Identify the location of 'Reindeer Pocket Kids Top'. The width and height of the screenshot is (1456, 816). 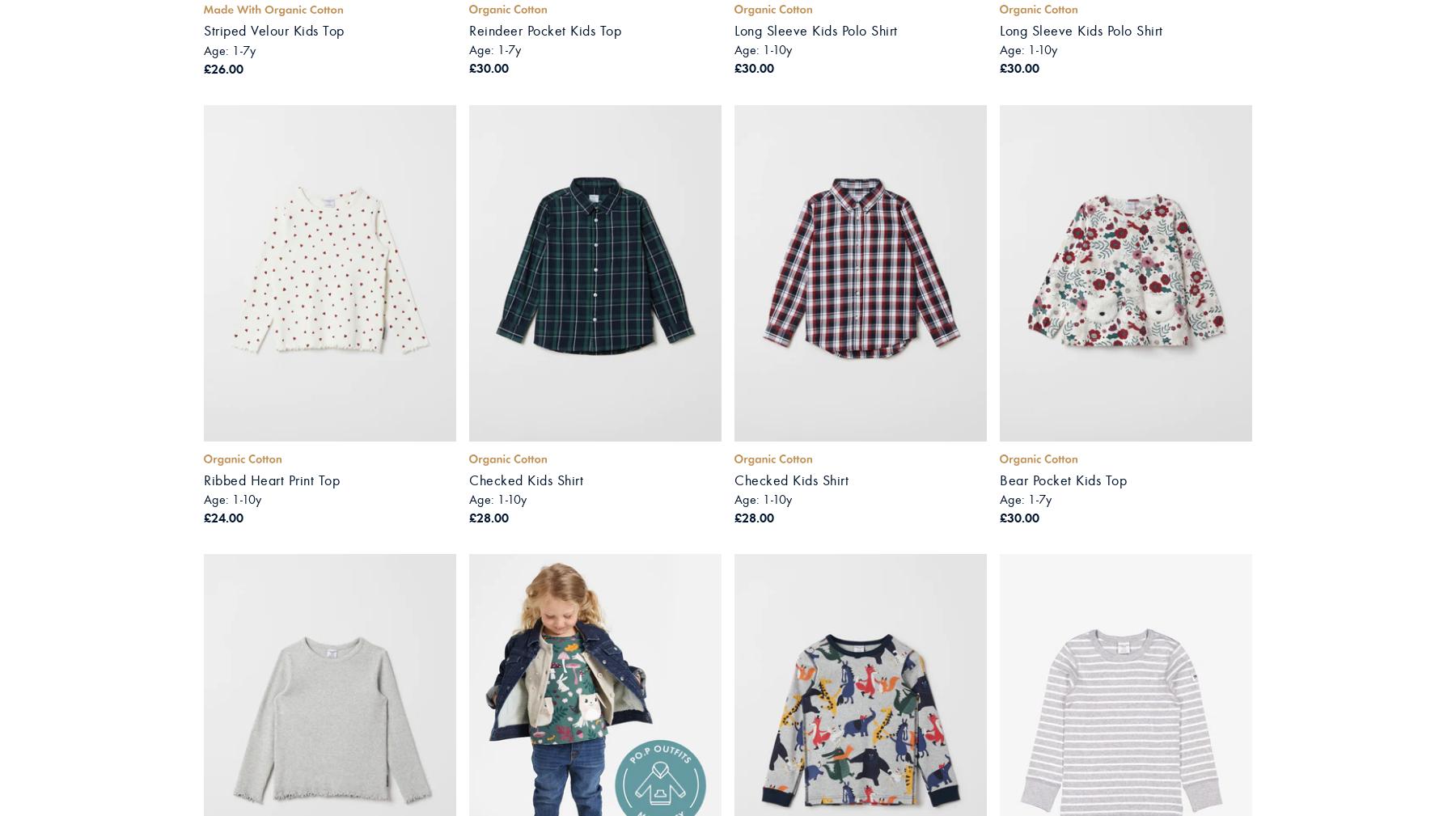
(544, 29).